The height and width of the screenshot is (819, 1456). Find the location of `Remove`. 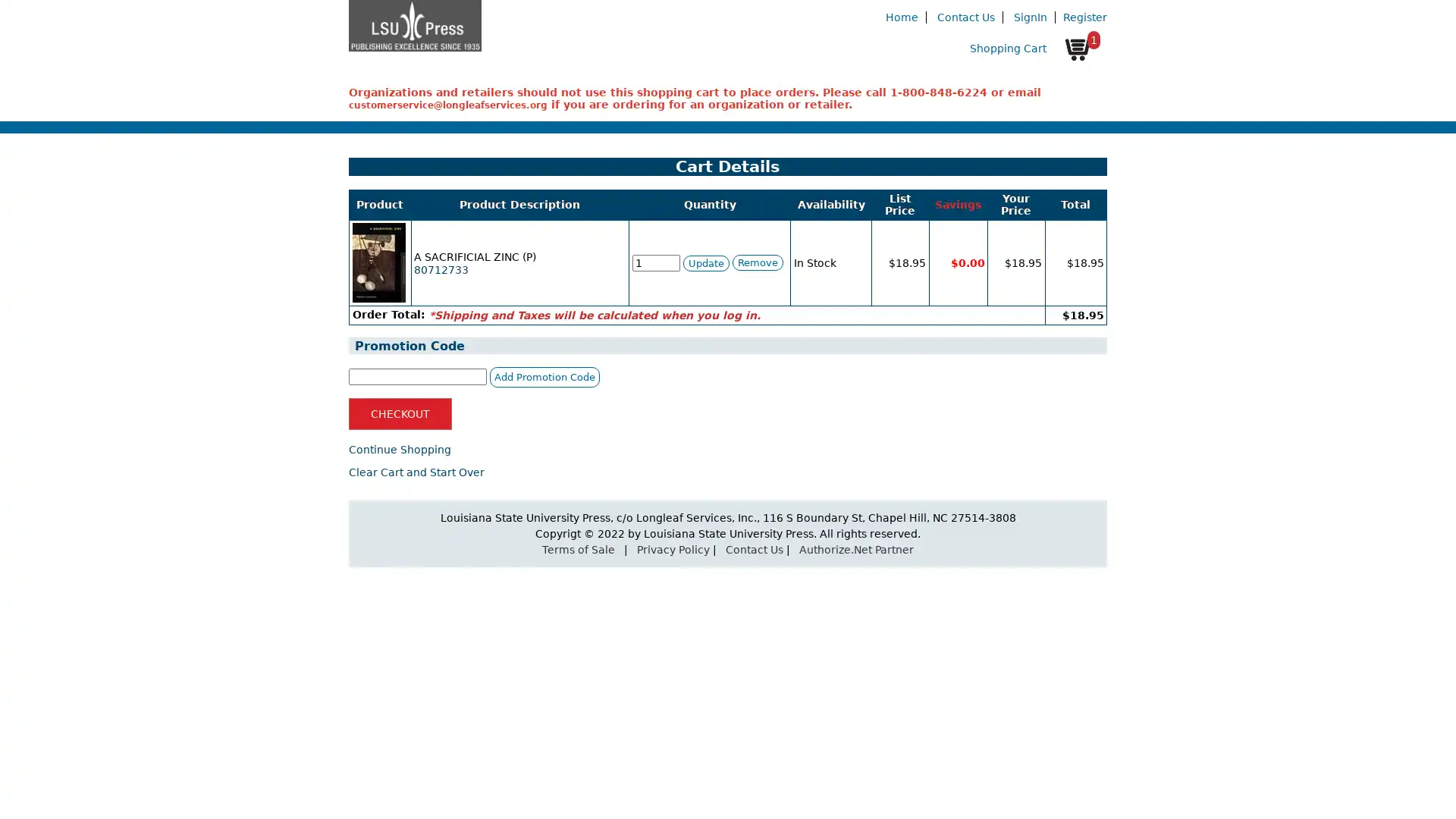

Remove is located at coordinates (757, 262).